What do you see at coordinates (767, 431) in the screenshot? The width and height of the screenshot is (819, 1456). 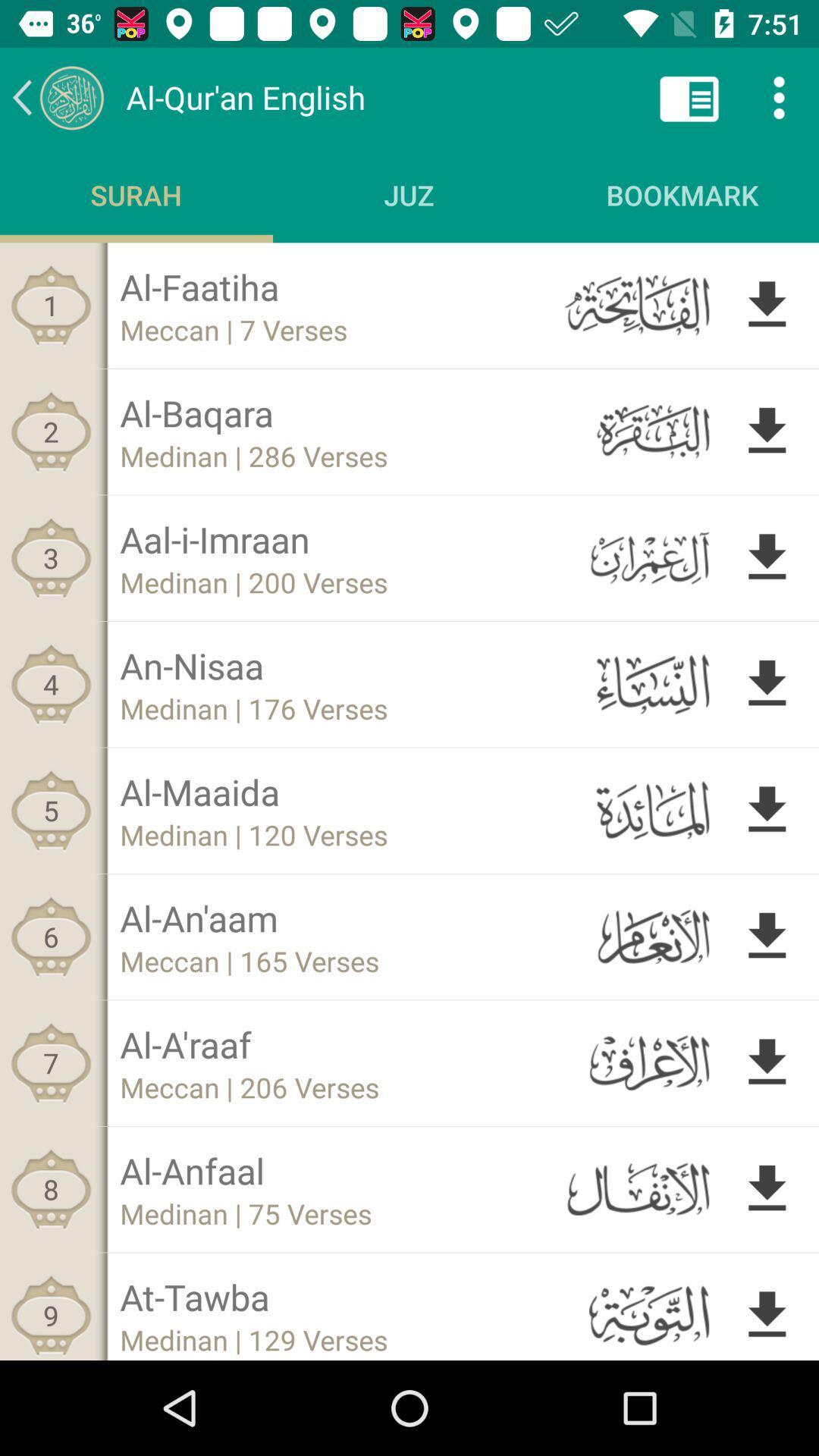 I see `download` at bounding box center [767, 431].